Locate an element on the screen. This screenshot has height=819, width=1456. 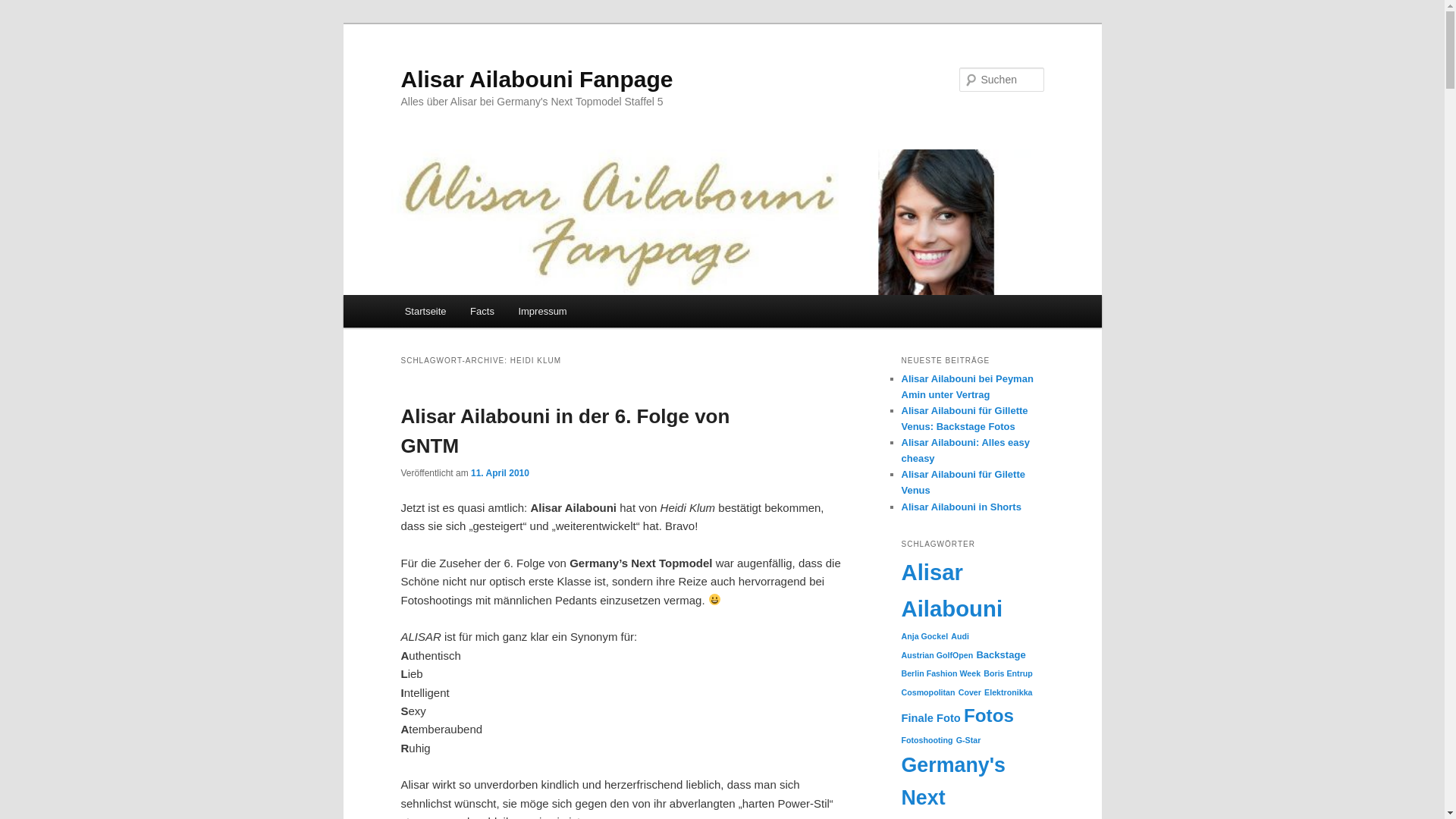
'Facts' is located at coordinates (481, 310).